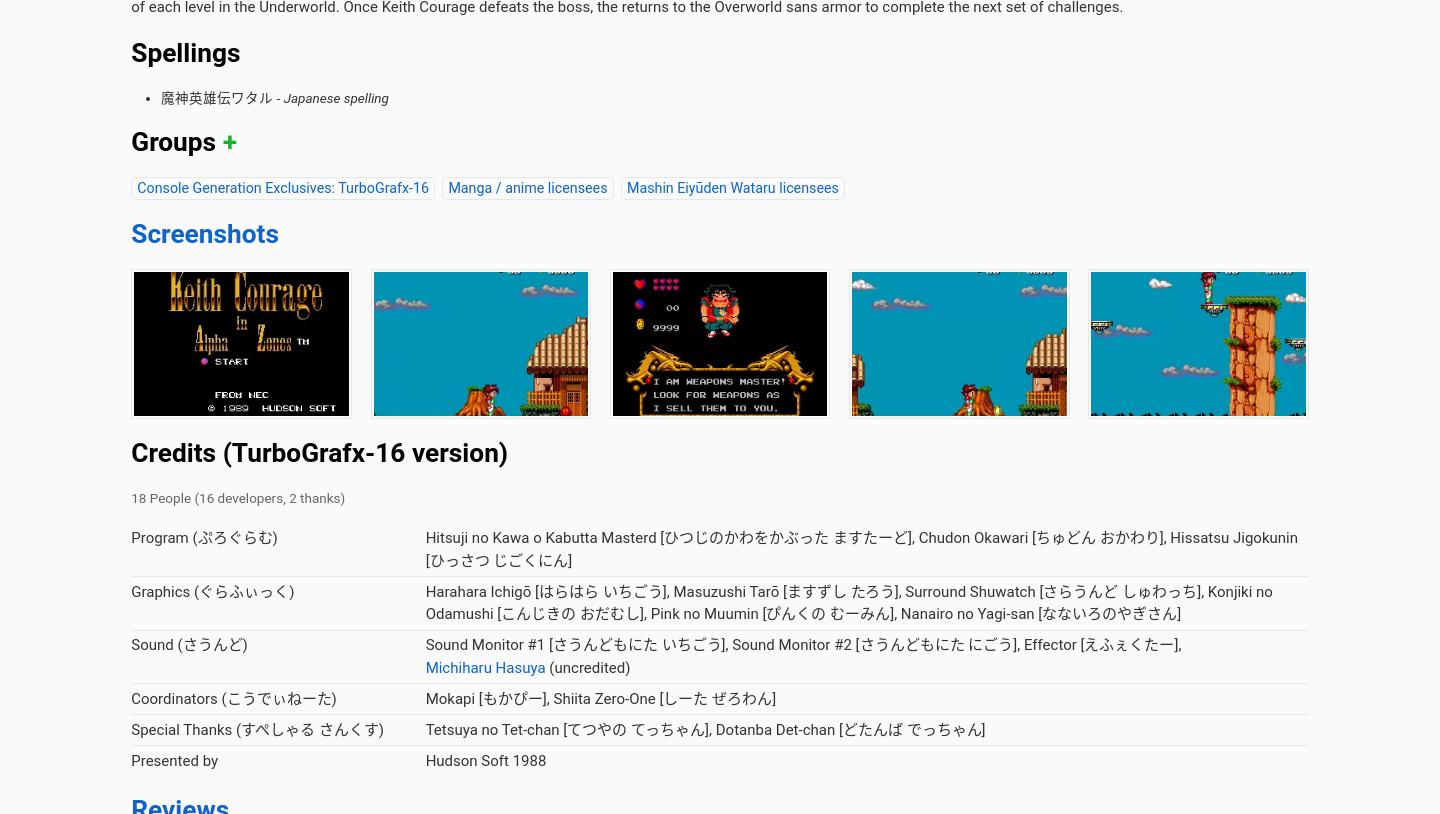 The height and width of the screenshot is (814, 1440). I want to click on 'Are you familiar with this game? Help document and preserve this entry in video game history!', so click(130, 107).